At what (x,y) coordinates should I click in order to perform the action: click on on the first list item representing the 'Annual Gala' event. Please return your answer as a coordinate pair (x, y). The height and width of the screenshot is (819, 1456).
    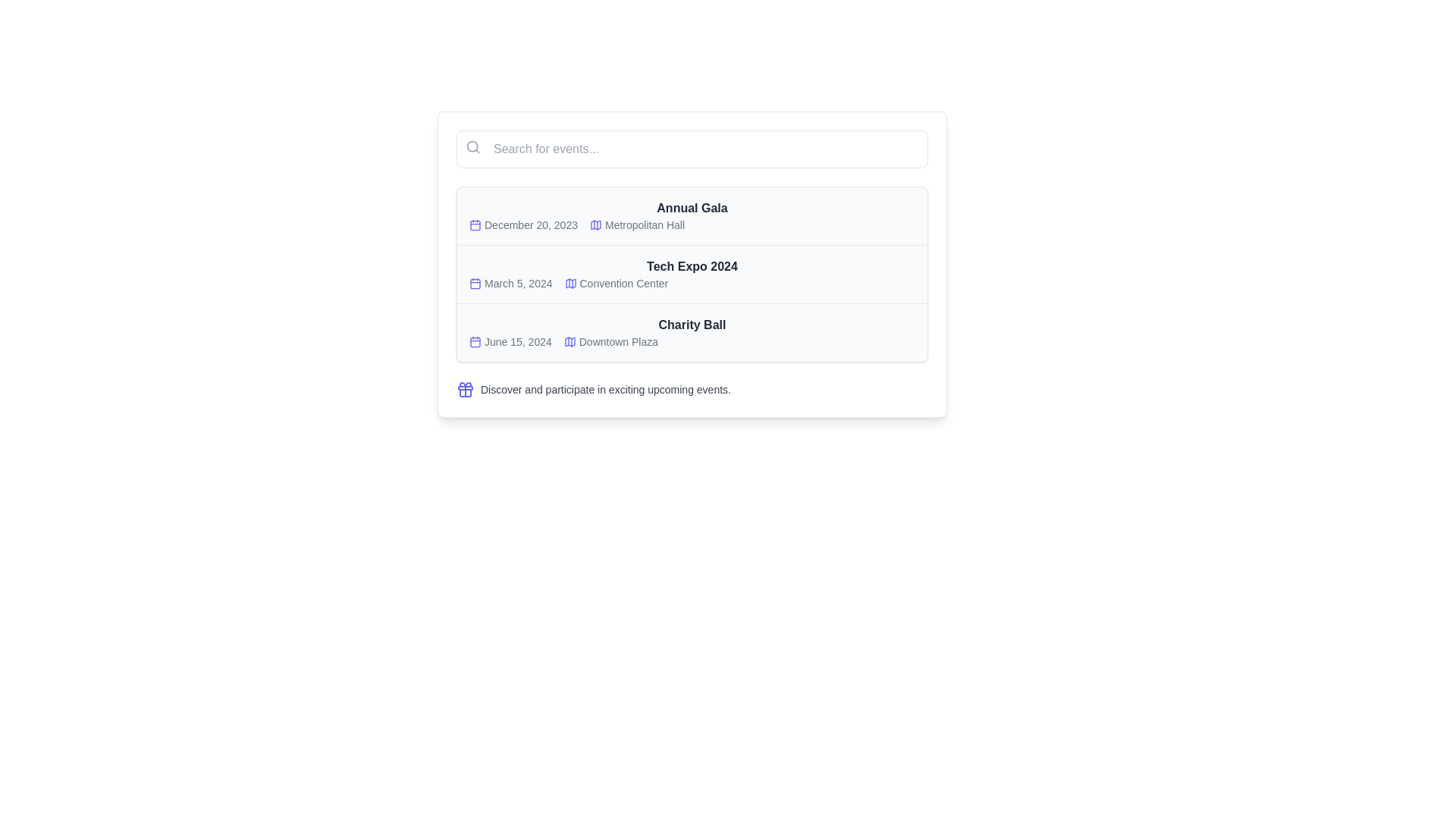
    Looking at the image, I should click on (691, 216).